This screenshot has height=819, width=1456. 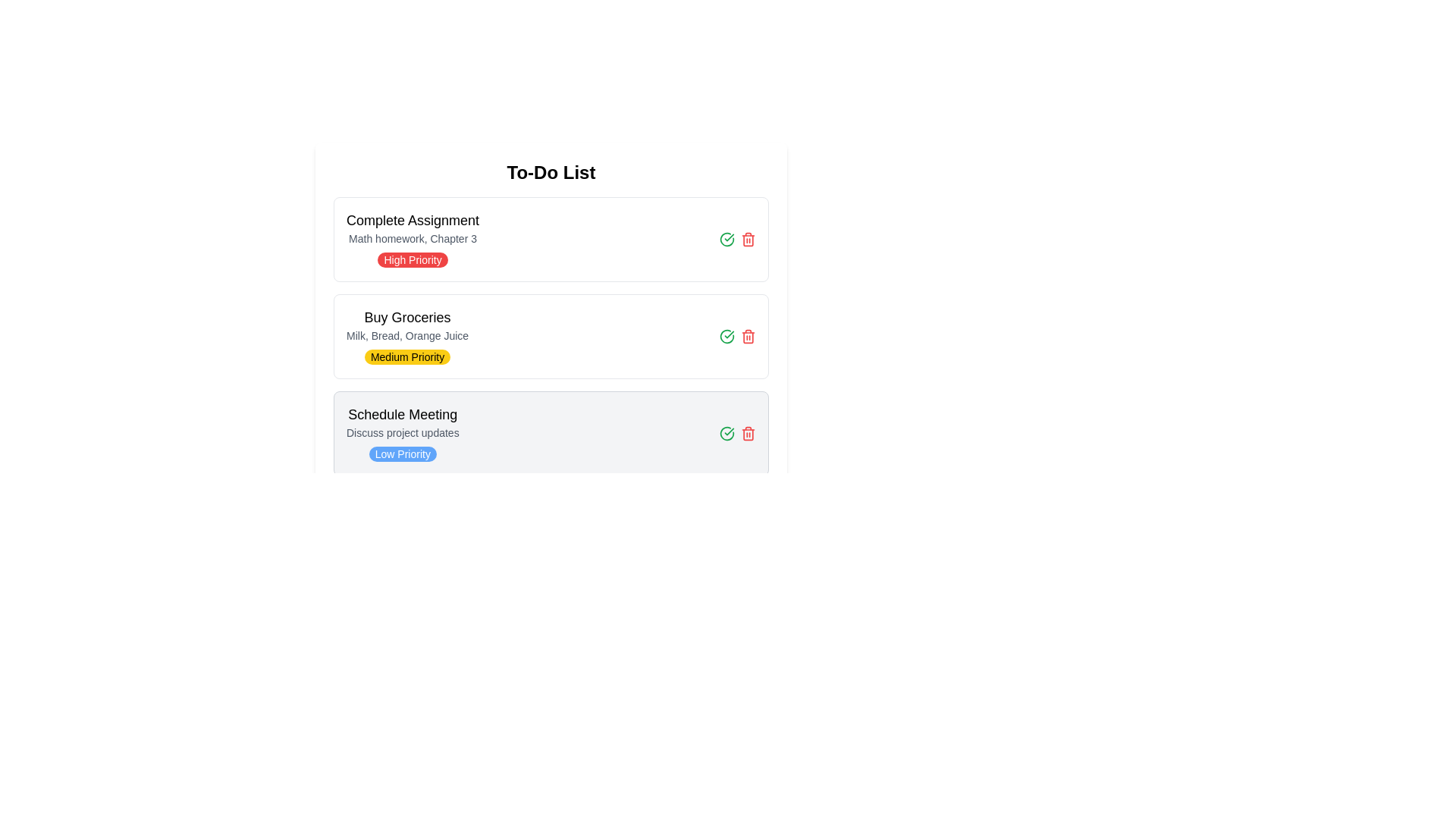 What do you see at coordinates (748, 435) in the screenshot?
I see `the trash can icon component, which symbolizes a delete action for the associated task entry` at bounding box center [748, 435].